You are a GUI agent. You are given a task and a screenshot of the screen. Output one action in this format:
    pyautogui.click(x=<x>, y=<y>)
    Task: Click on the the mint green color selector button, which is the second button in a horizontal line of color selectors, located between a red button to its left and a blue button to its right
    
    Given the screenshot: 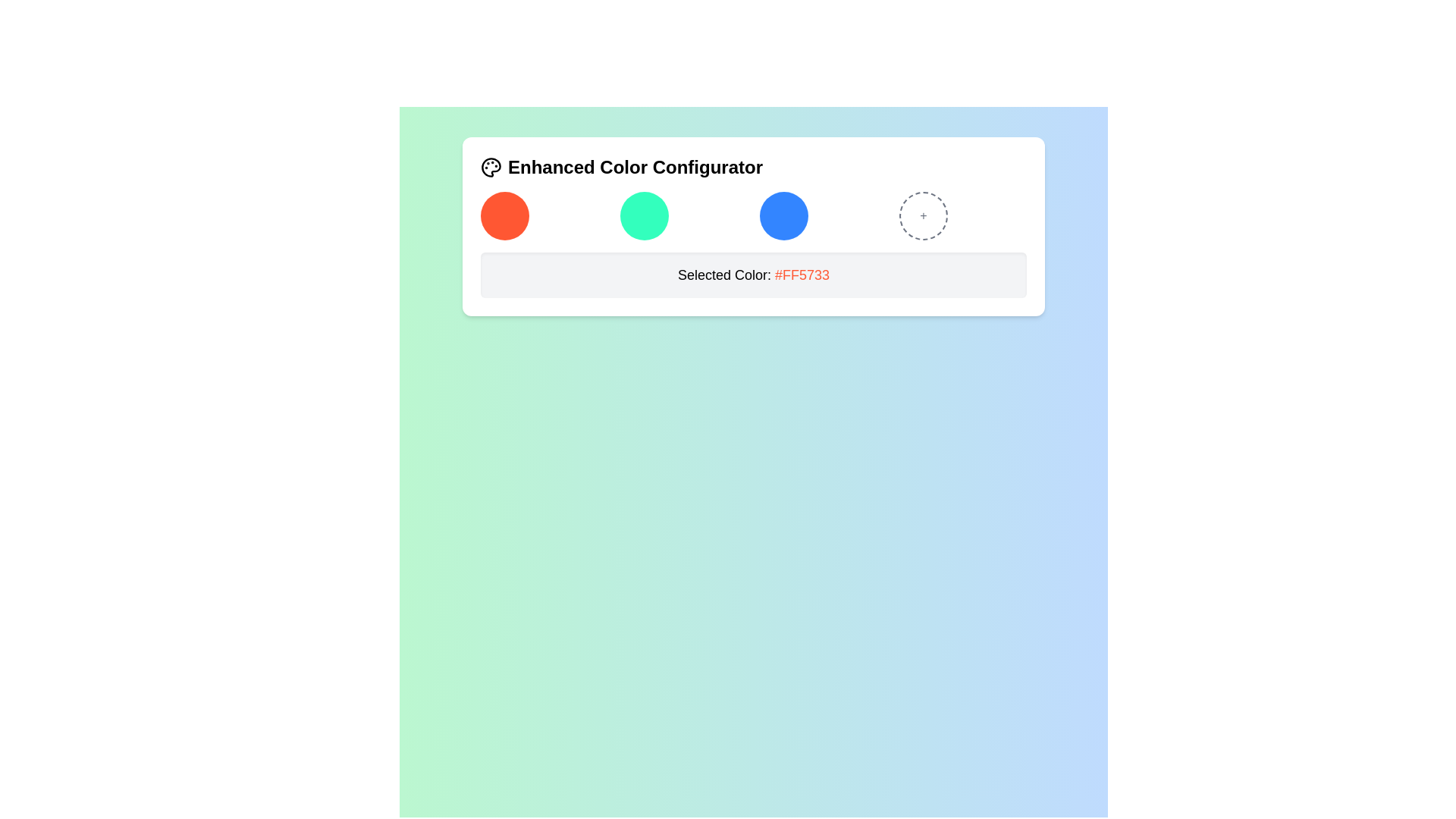 What is the action you would take?
    pyautogui.click(x=683, y=216)
    